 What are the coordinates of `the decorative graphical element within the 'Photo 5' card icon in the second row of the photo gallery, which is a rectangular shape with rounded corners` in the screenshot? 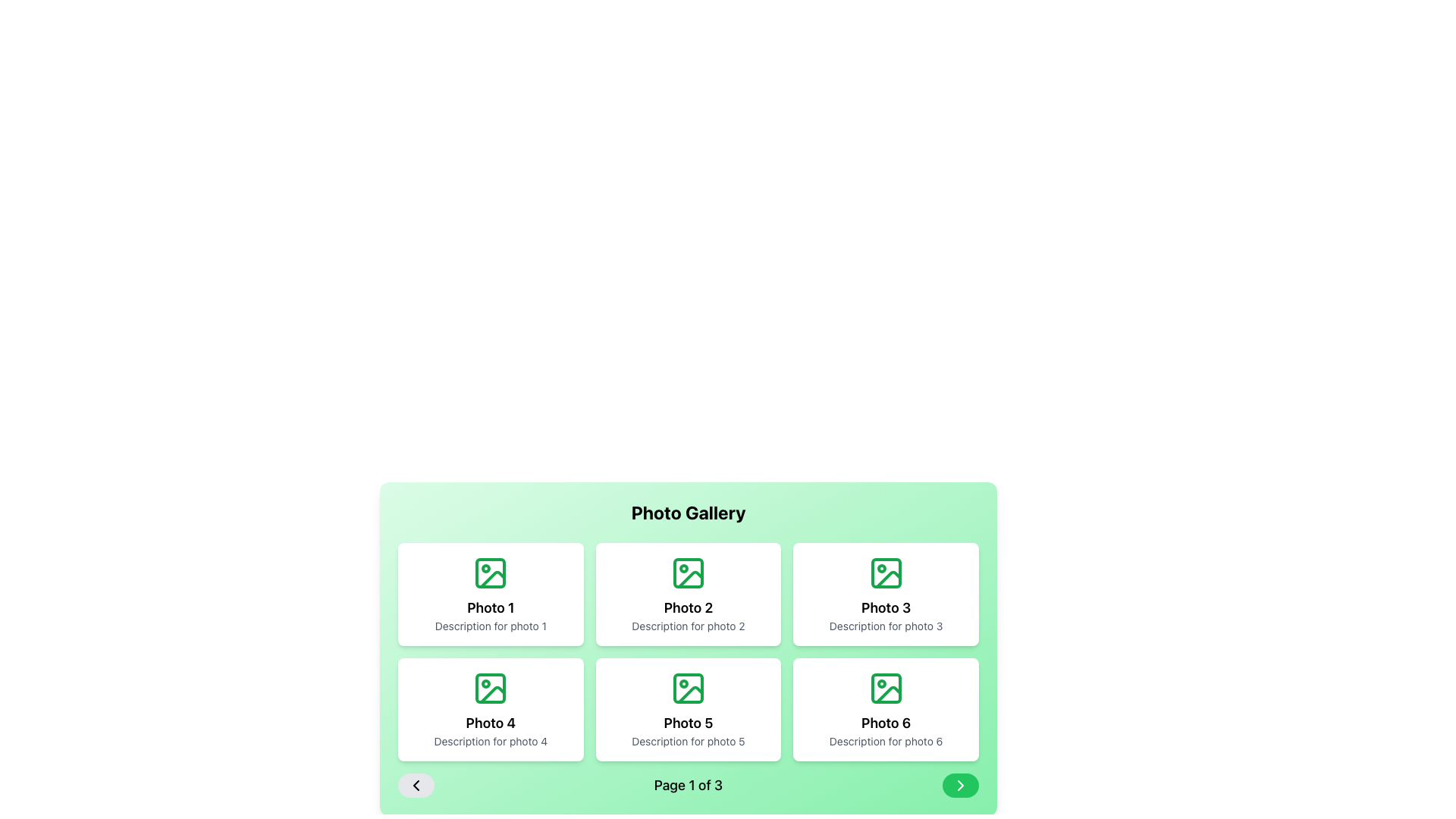 It's located at (687, 688).